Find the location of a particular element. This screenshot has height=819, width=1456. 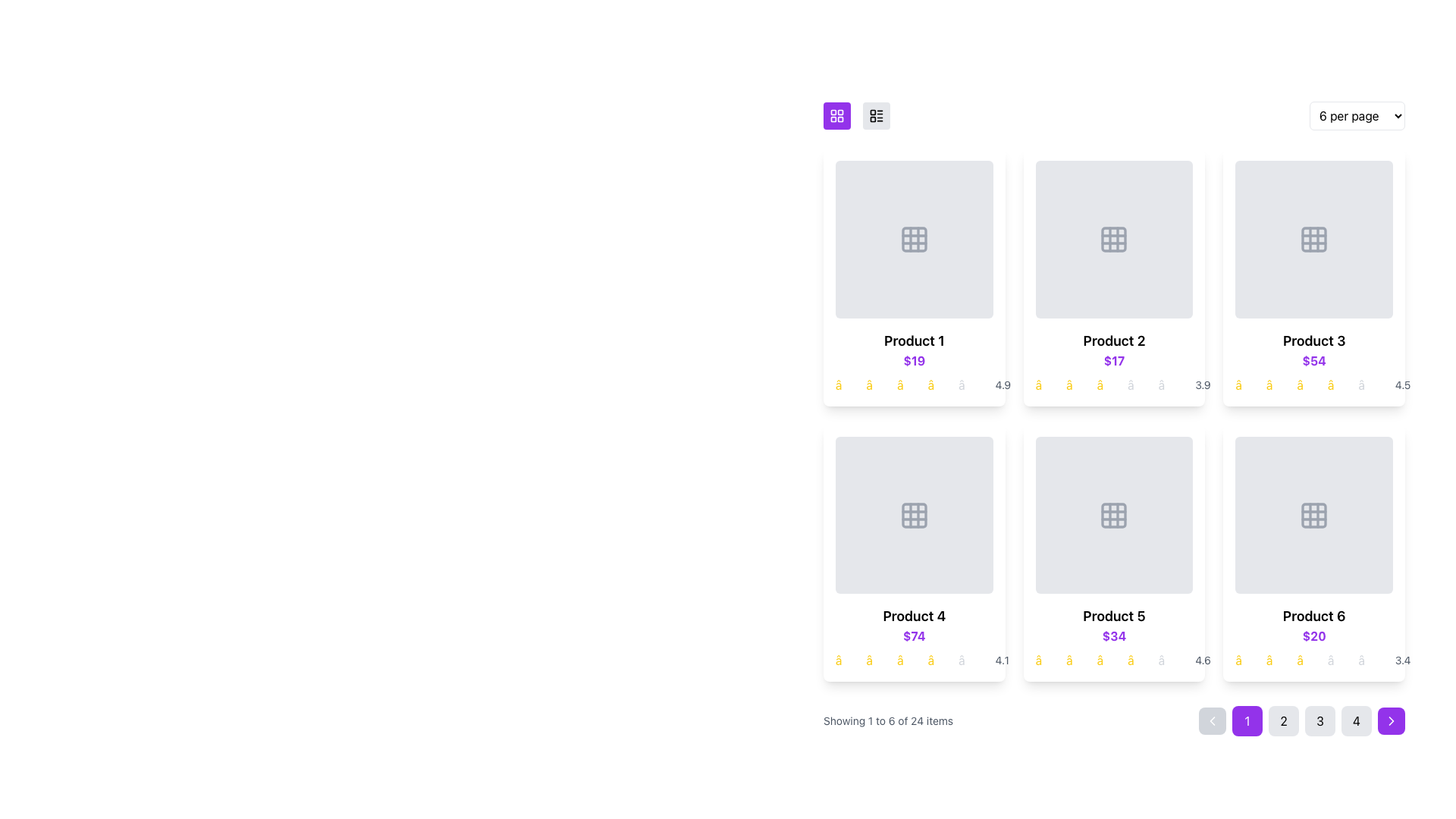

the small rectangular button with a rounded border and a purple background containing a right-facing chevron icon, located in the bottom-right corner of the interface is located at coordinates (1391, 720).